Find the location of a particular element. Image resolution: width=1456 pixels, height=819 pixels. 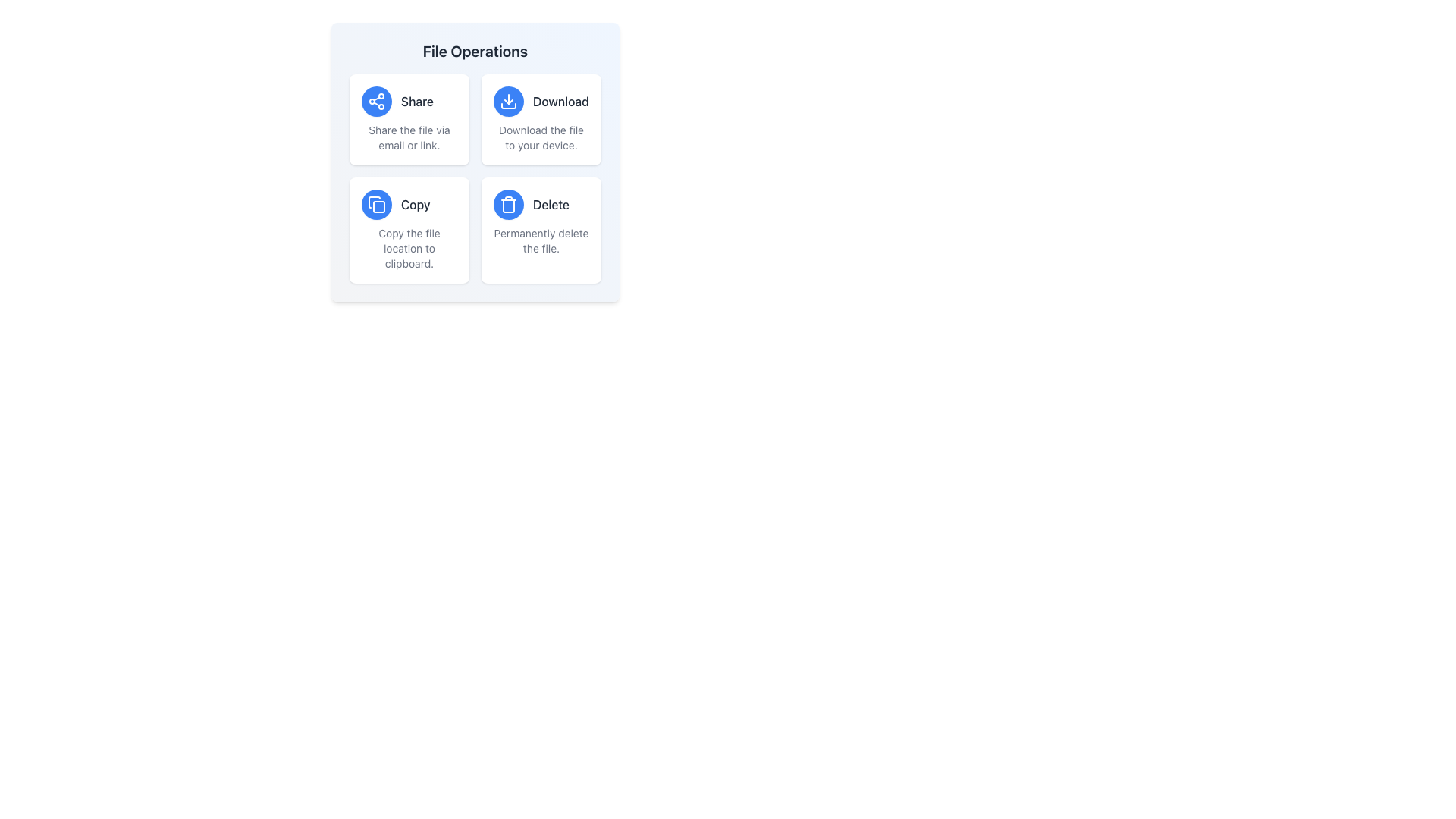

the download button, which is the second item in a 2x2 grid layout positioned in the top-right corner, to initiate the download action is located at coordinates (541, 119).